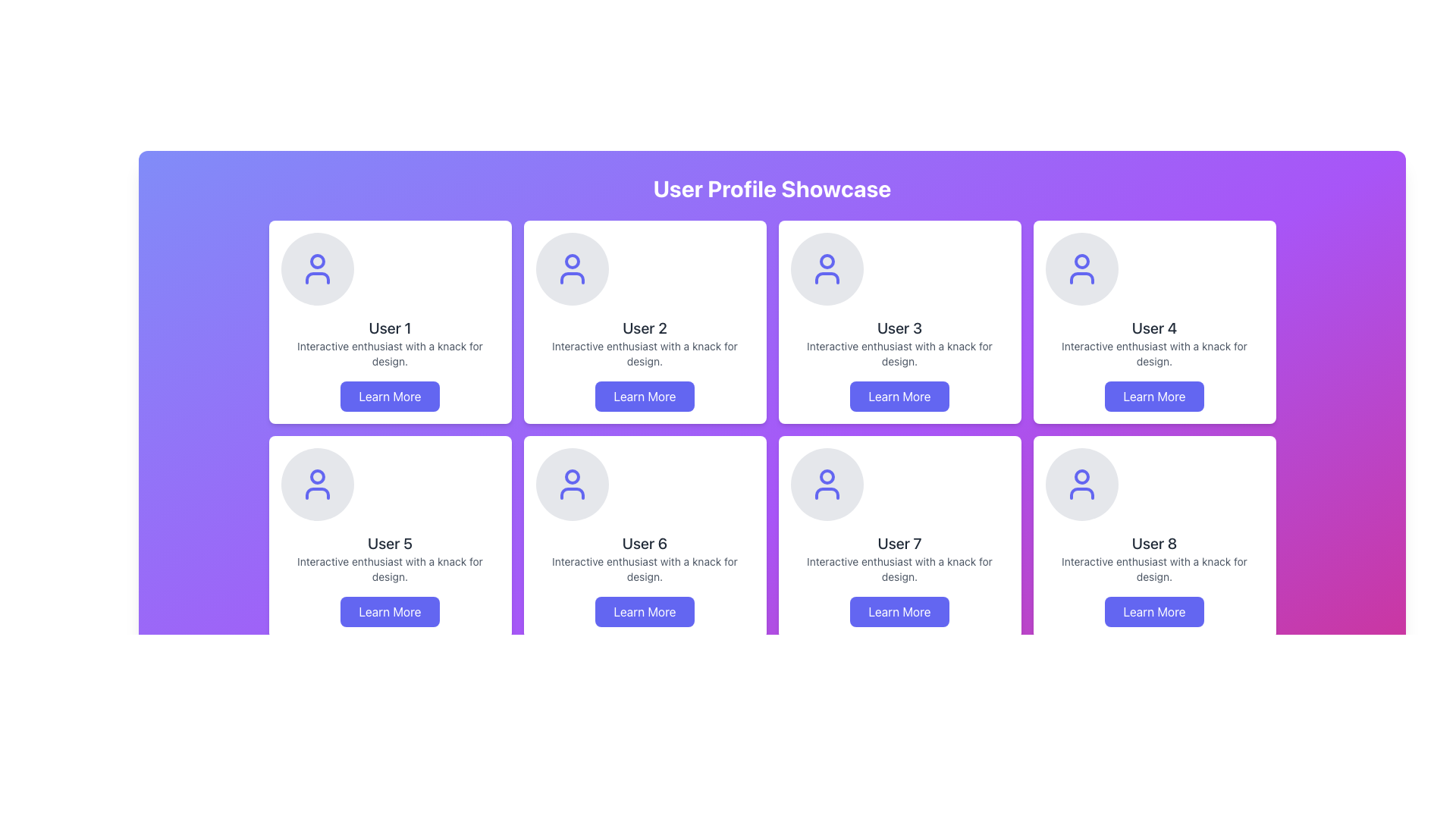  I want to click on the text element that reads 'Interactive enthusiast with a knack for design.' located in the third user profile card, positioned below 'User 3' and above the 'Learn More' button, so click(899, 353).